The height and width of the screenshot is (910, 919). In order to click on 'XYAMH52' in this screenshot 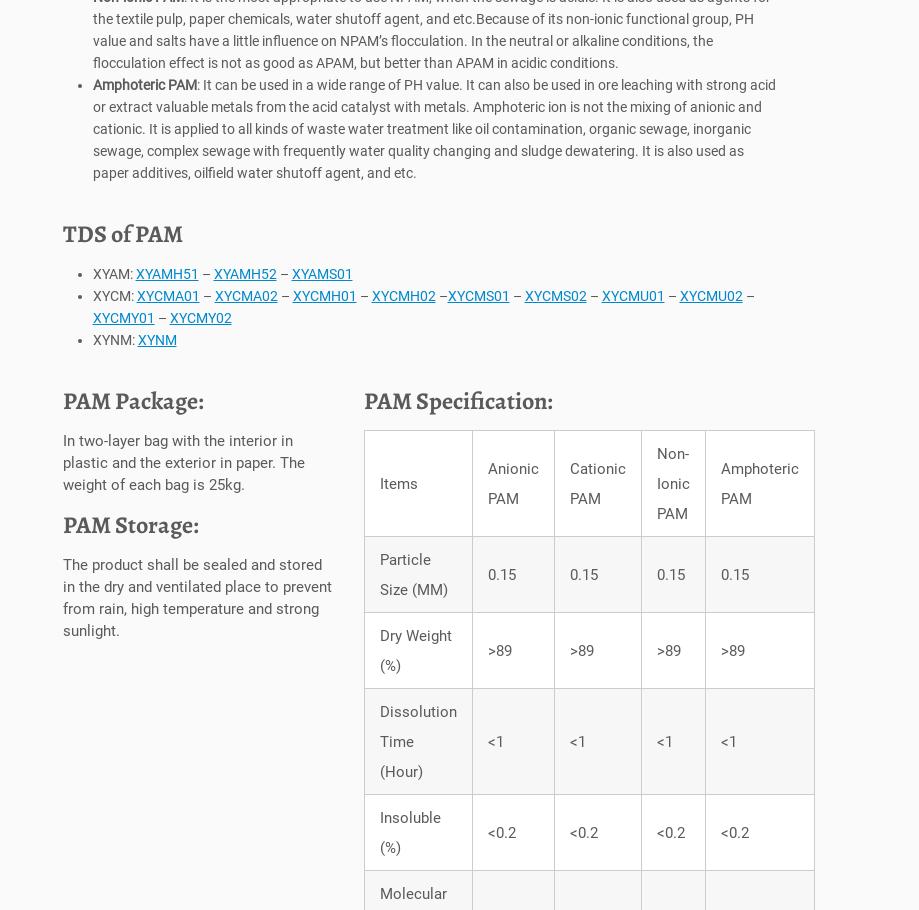, I will do `click(244, 278)`.